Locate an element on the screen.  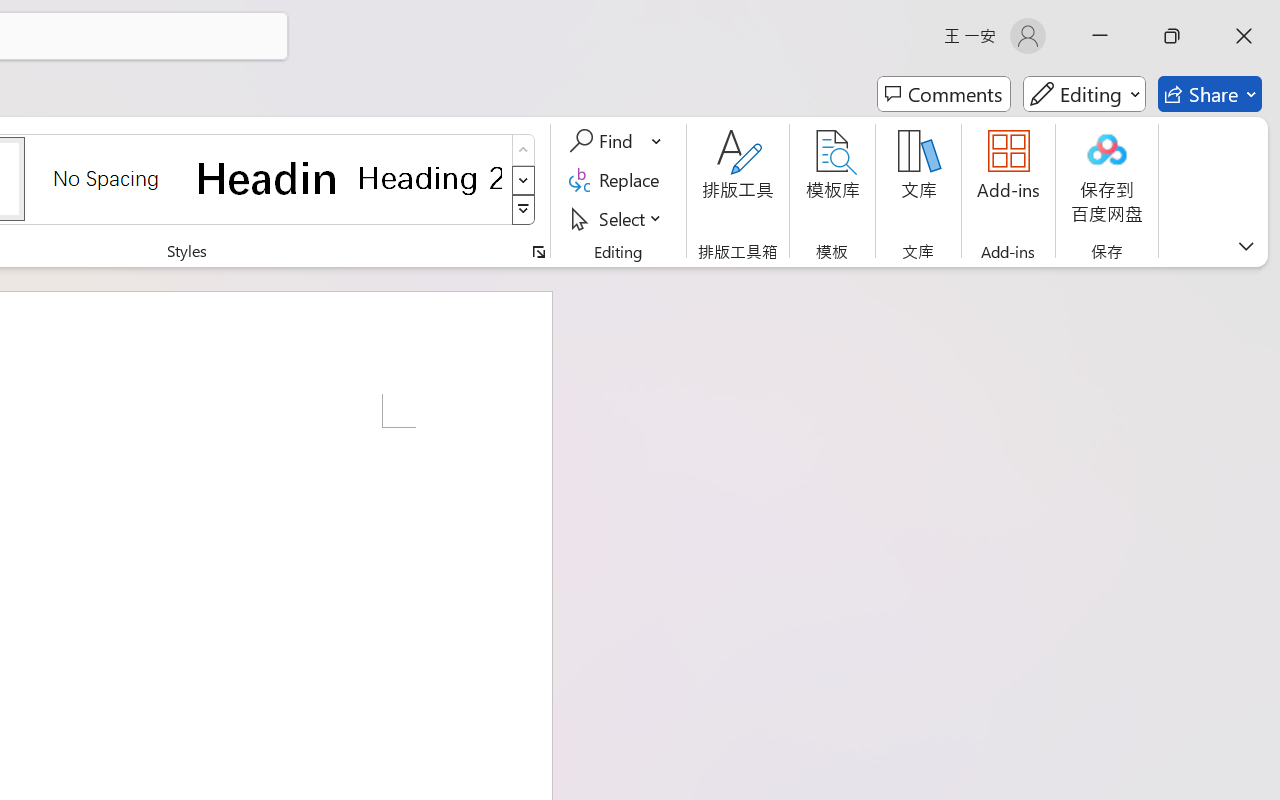
'Heading 2' is located at coordinates (429, 177).